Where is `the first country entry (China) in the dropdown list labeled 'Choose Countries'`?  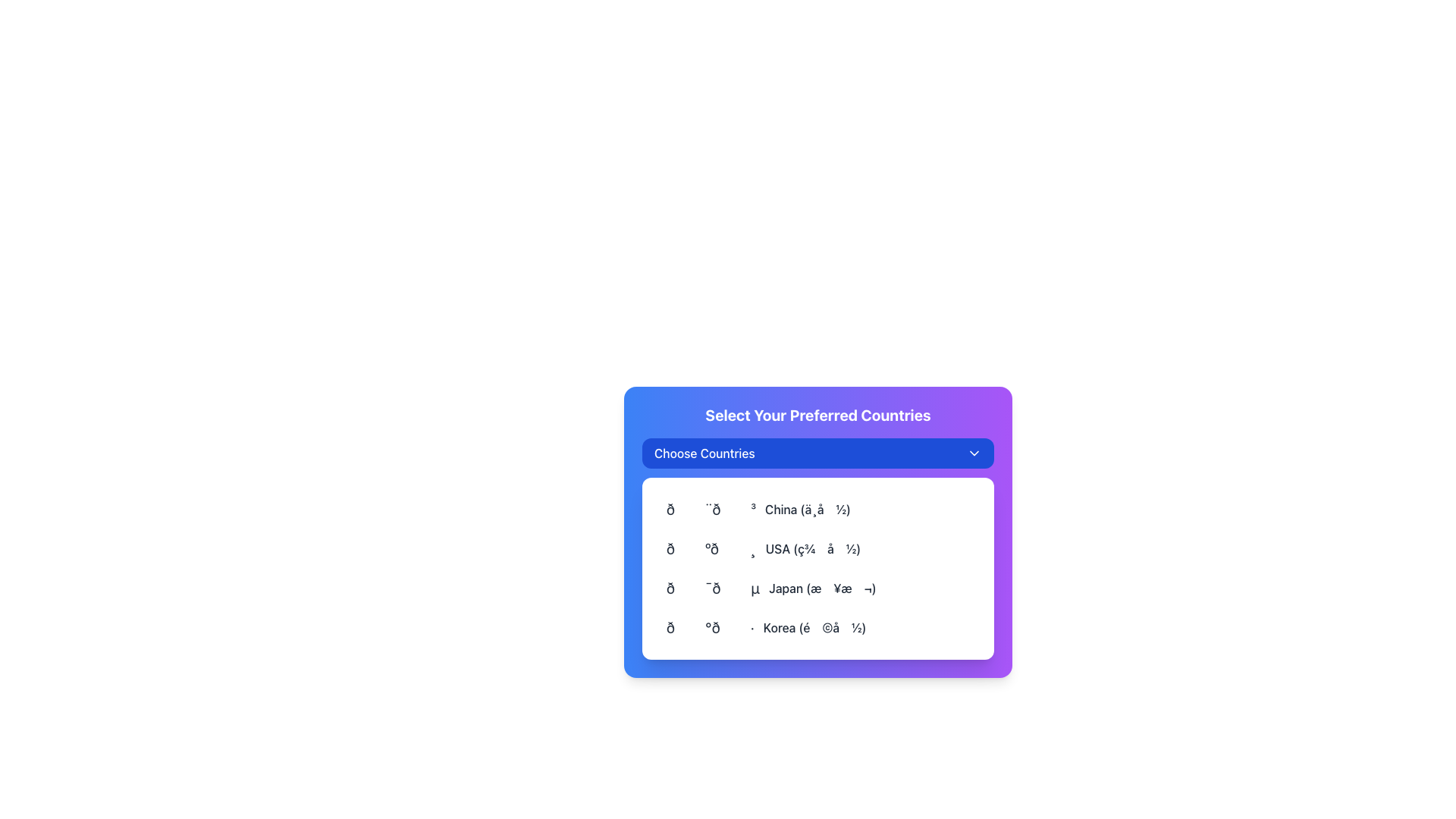 the first country entry (China) in the dropdown list labeled 'Choose Countries' is located at coordinates (817, 509).